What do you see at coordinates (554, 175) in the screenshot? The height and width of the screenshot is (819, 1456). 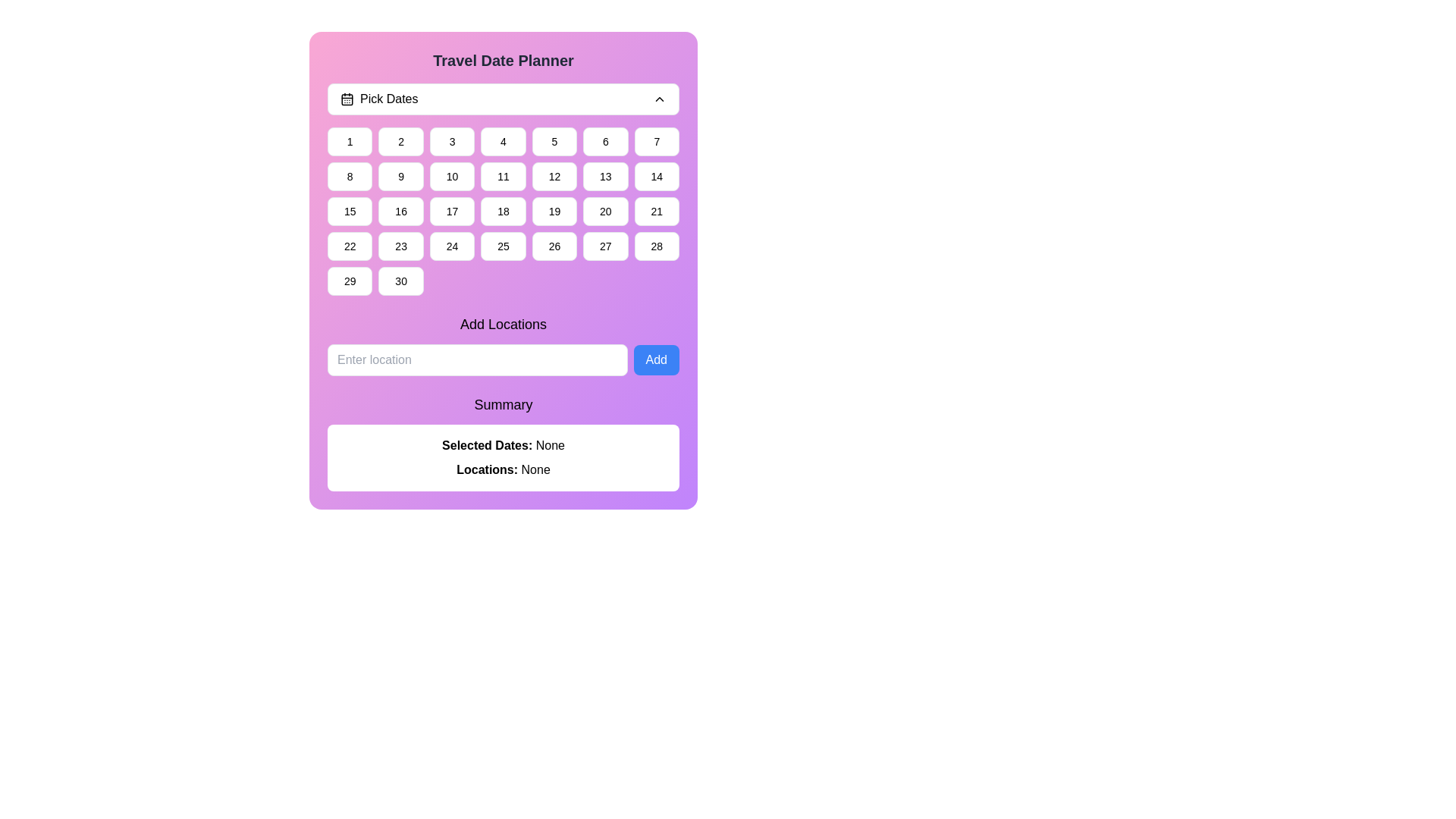 I see `the button representing the 12th day in the date picker` at bounding box center [554, 175].